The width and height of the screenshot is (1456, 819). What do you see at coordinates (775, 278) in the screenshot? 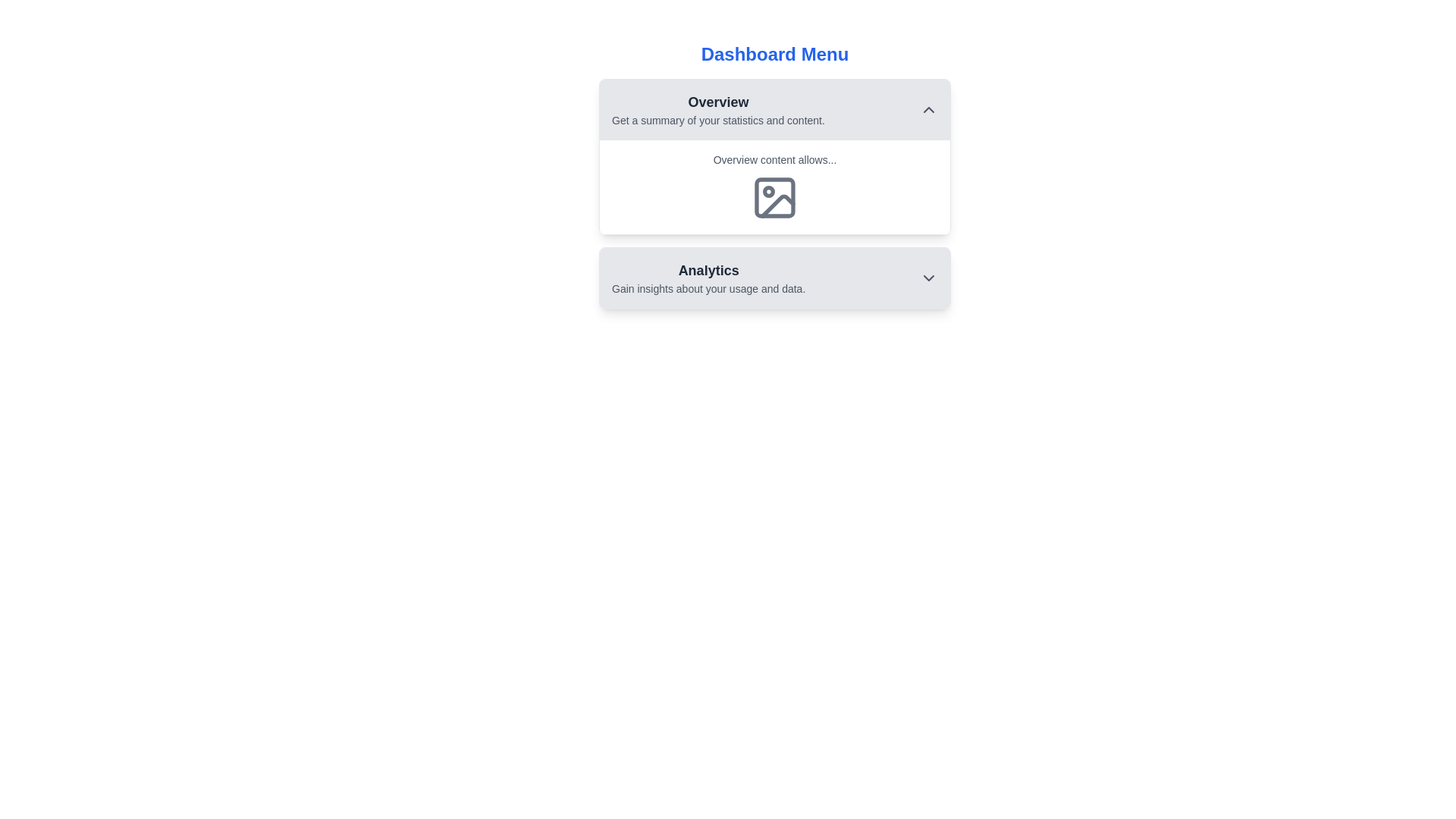
I see `the 'Analytics' section header` at bounding box center [775, 278].